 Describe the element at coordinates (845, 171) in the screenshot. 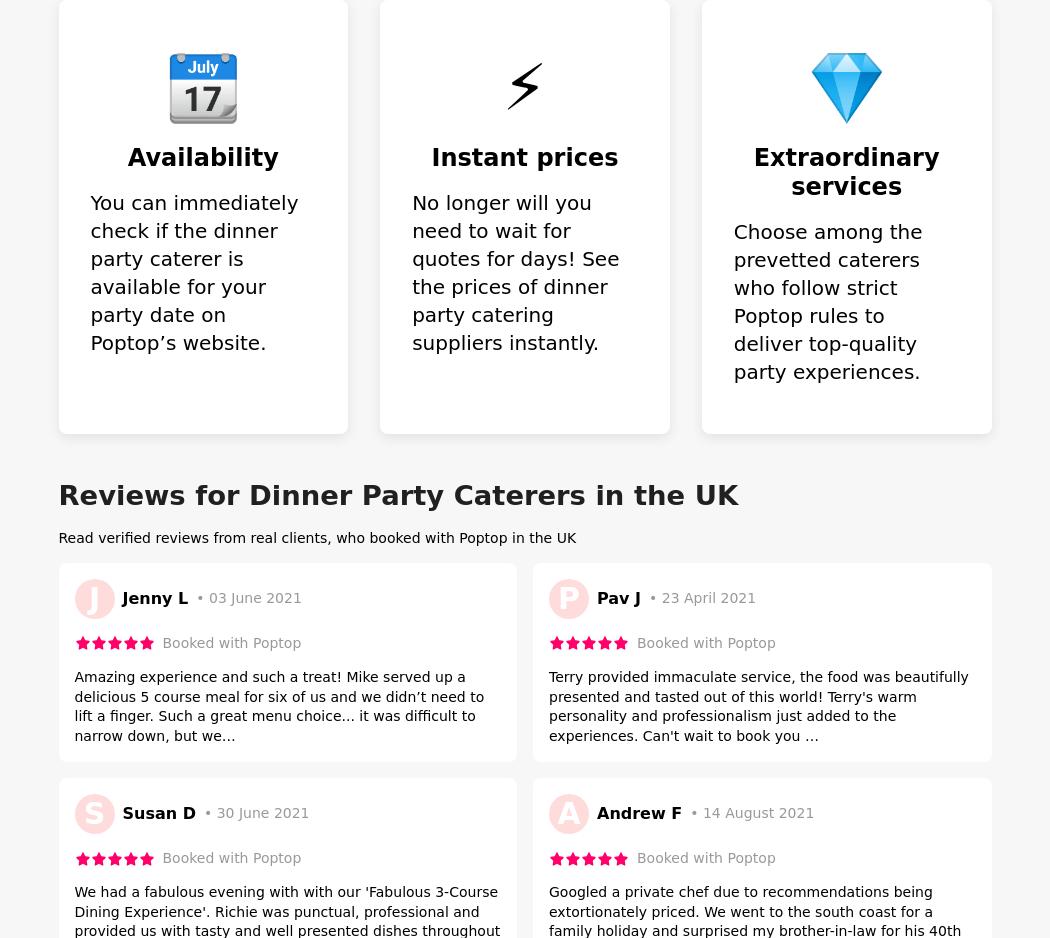

I see `'Extraordinary services'` at that location.